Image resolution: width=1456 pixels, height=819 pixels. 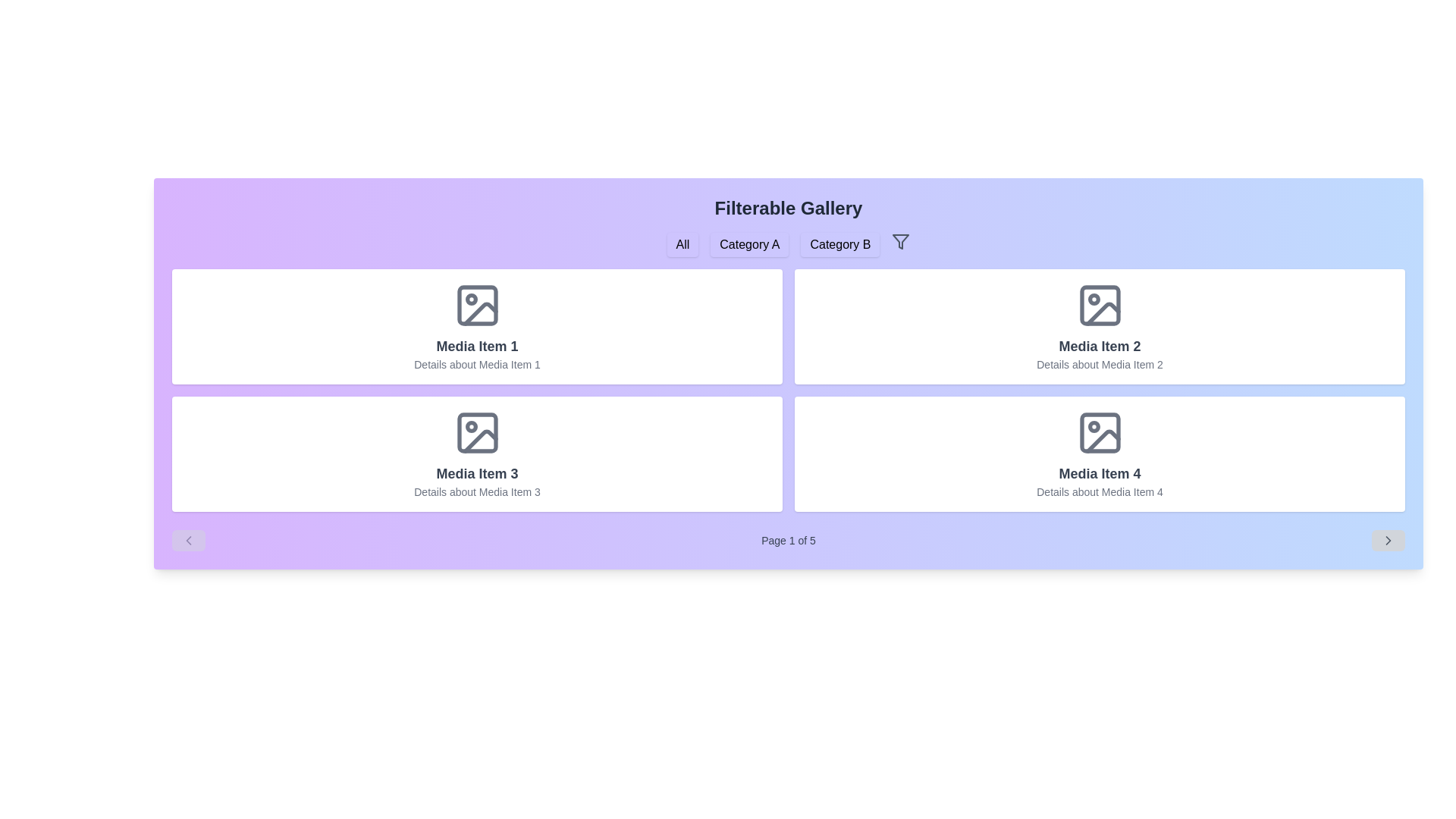 What do you see at coordinates (1100, 346) in the screenshot?
I see `the Text label that identifies the content of the second media card in the upper row of the grid layout` at bounding box center [1100, 346].